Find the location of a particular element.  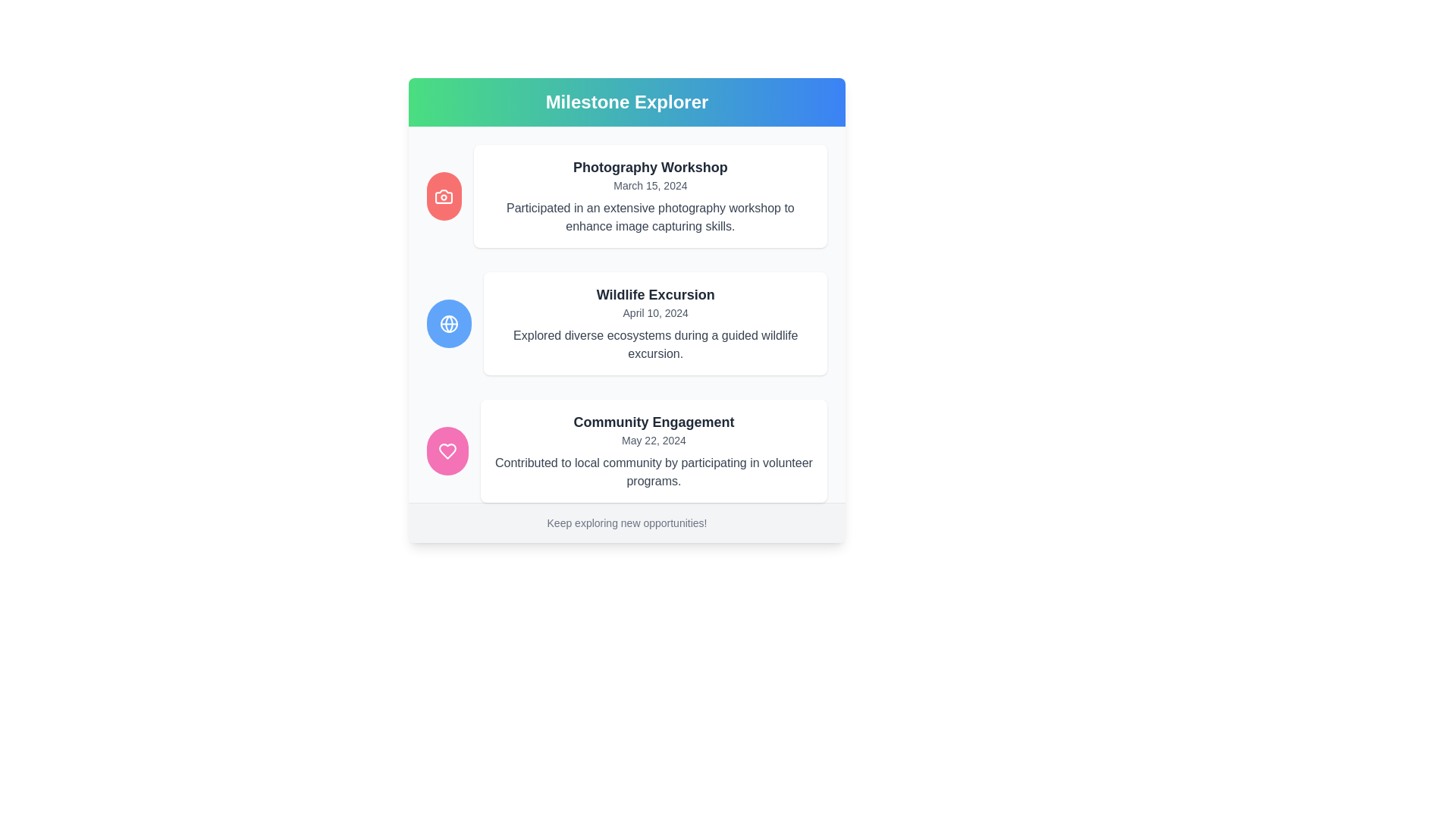

text content of the descriptive text block styled in gray (#707070), which states 'Contributed to local community by participating in volunteer programs.' This text block is located within the 'Community Engagement' card, below the title and date is located at coordinates (654, 472).